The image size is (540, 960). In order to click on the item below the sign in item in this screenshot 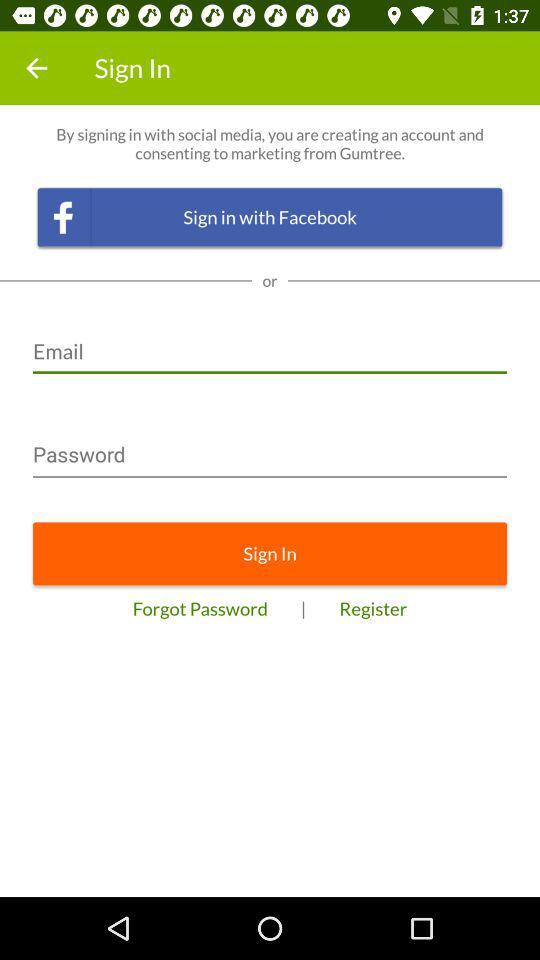, I will do `click(200, 607)`.